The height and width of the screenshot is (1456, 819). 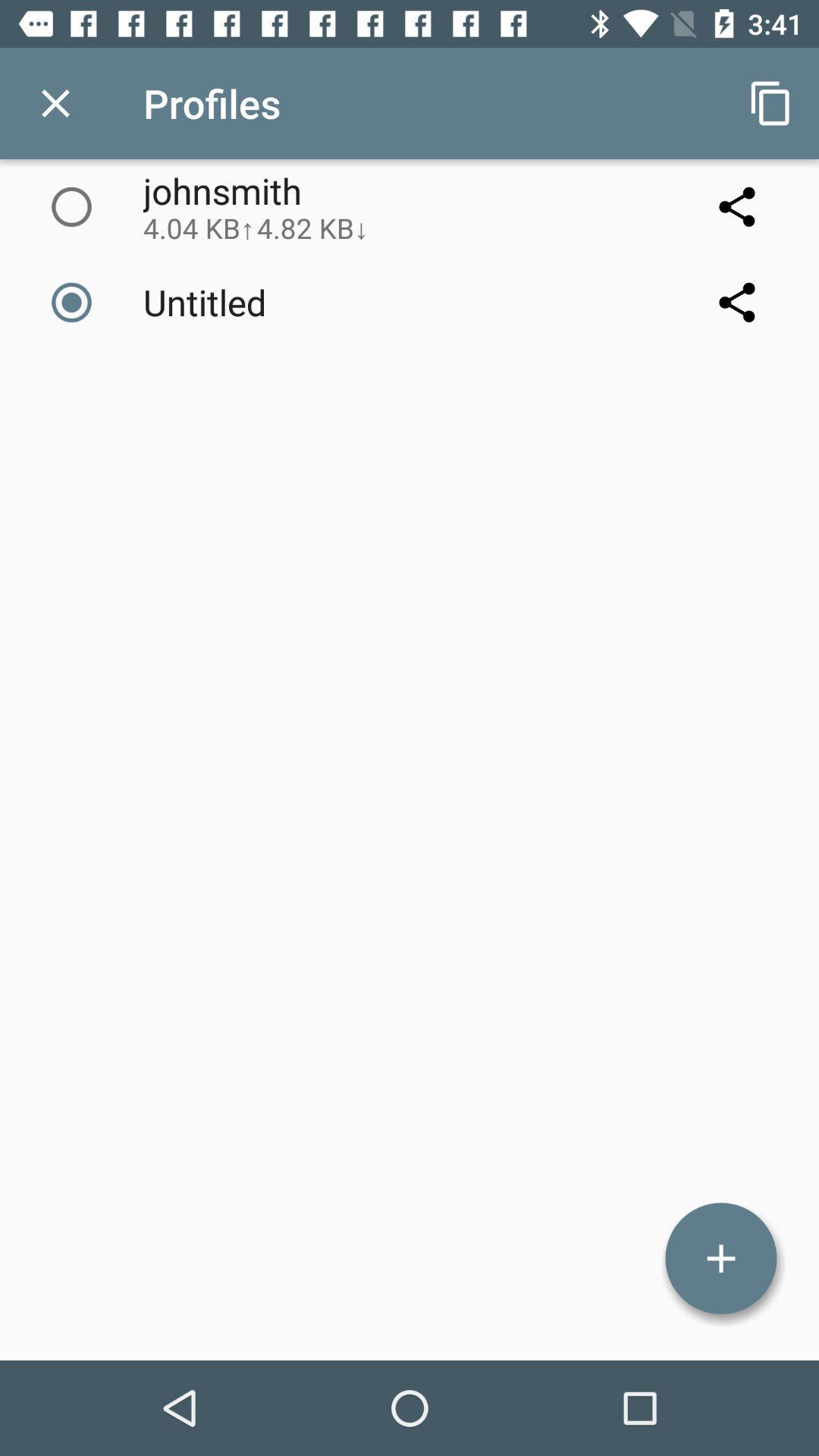 What do you see at coordinates (55, 102) in the screenshot?
I see `exit` at bounding box center [55, 102].